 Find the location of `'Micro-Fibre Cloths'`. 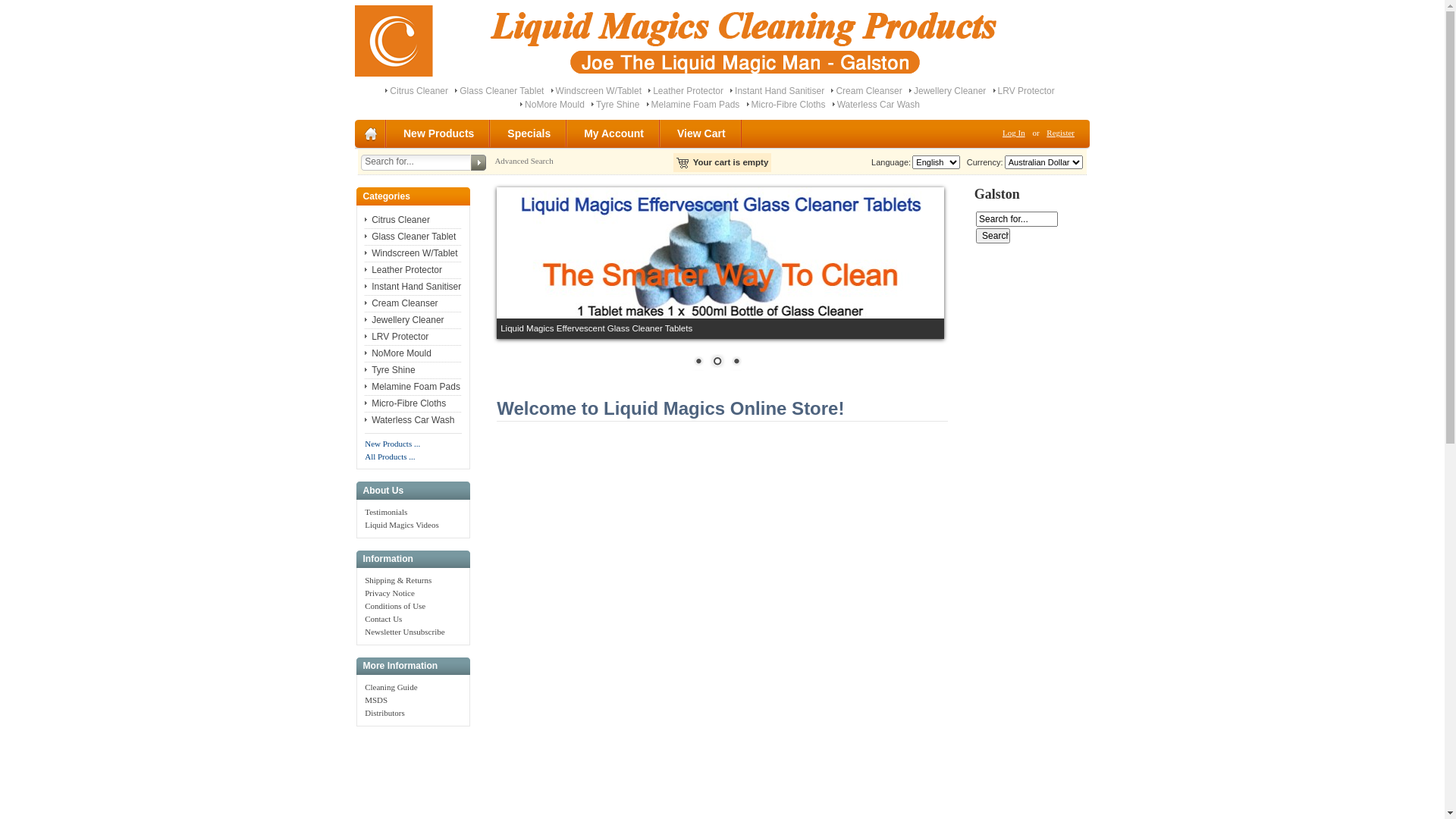

'Micro-Fibre Cloths' is located at coordinates (746, 104).